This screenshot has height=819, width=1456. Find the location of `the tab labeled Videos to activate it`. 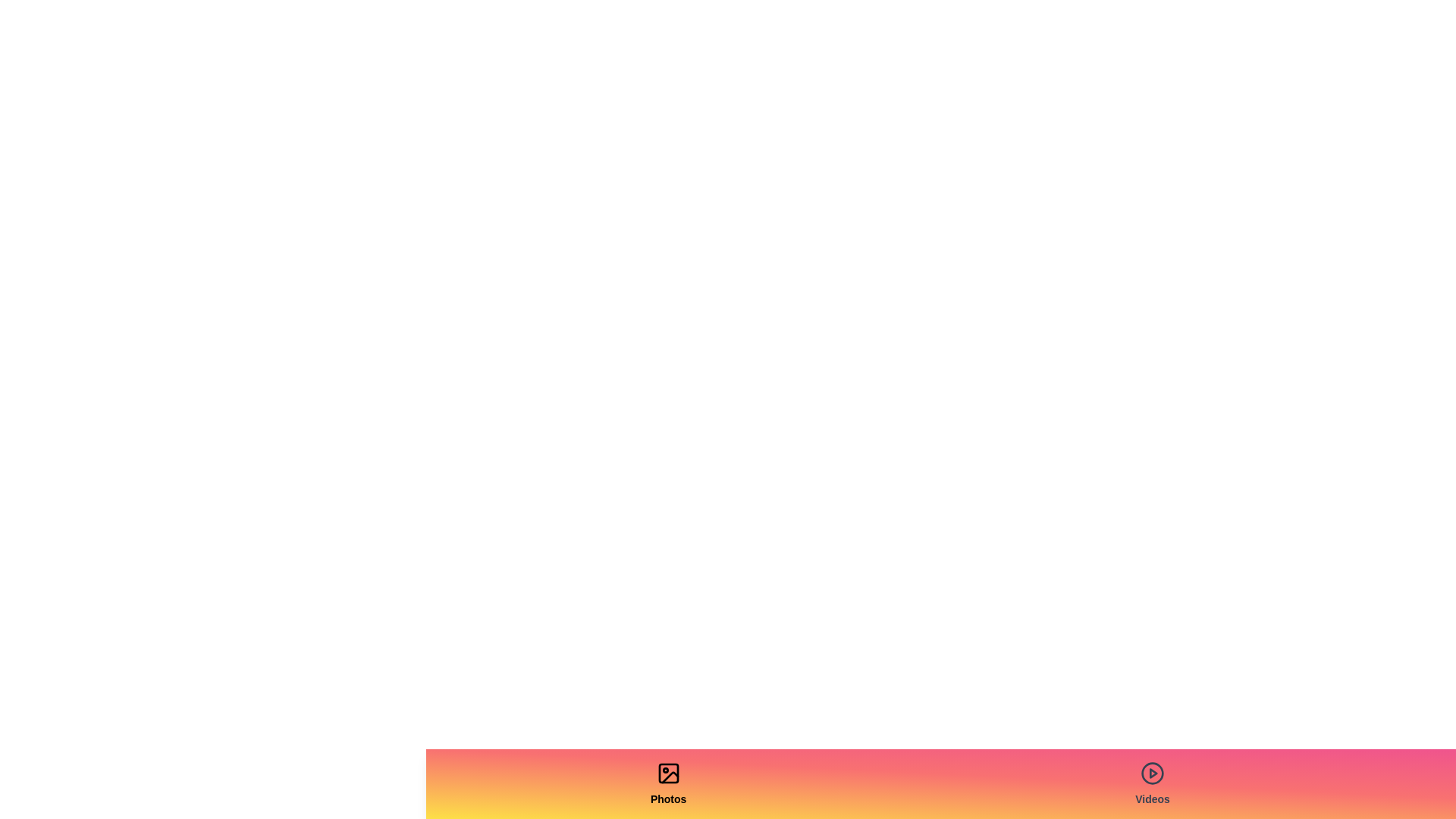

the tab labeled Videos to activate it is located at coordinates (1153, 783).